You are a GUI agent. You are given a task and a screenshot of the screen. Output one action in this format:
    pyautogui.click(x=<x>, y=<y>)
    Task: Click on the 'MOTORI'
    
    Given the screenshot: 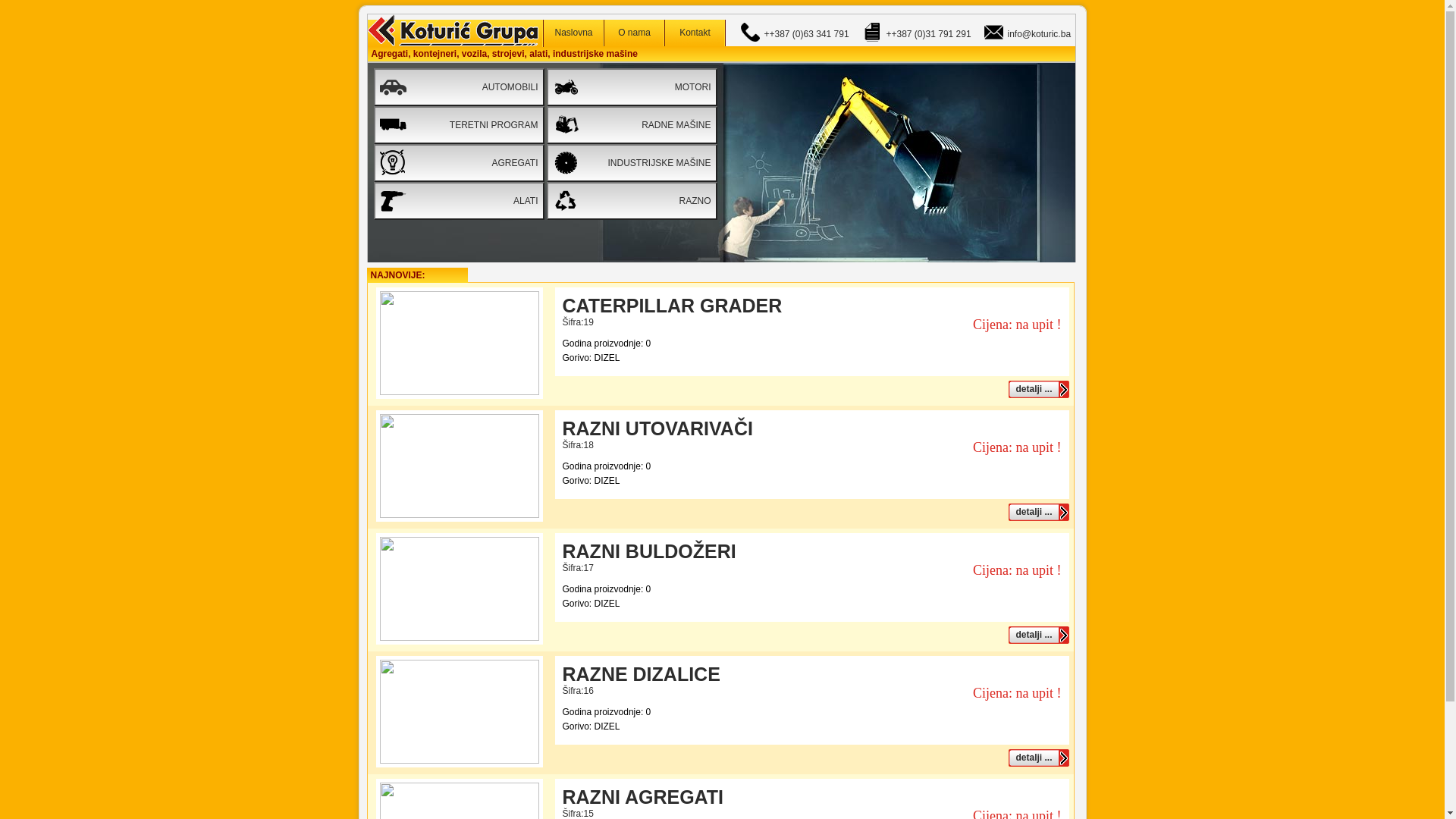 What is the action you would take?
    pyautogui.click(x=631, y=87)
    